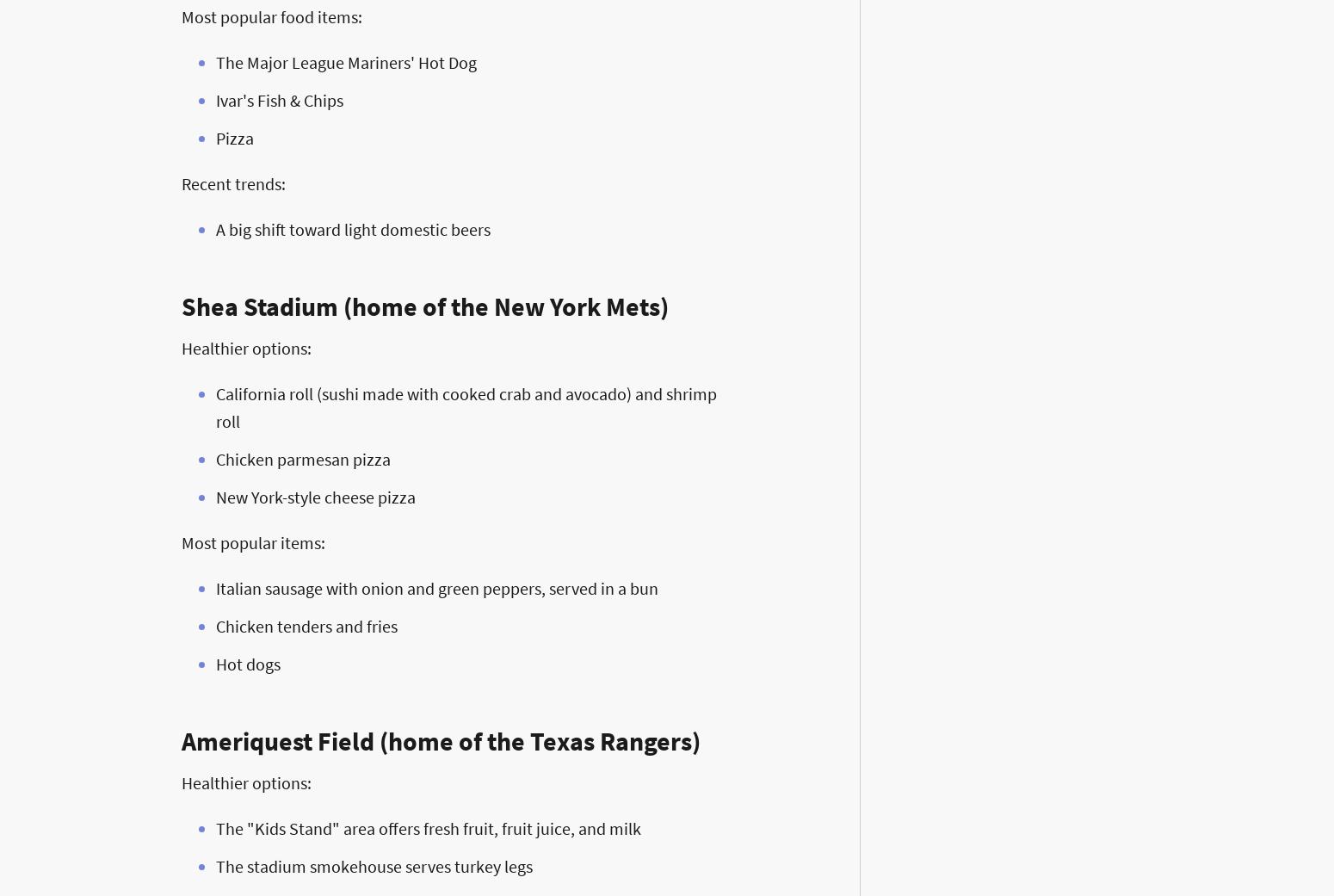 This screenshot has width=1334, height=896. Describe the element at coordinates (353, 228) in the screenshot. I see `'A big shift toward light domestic beers'` at that location.